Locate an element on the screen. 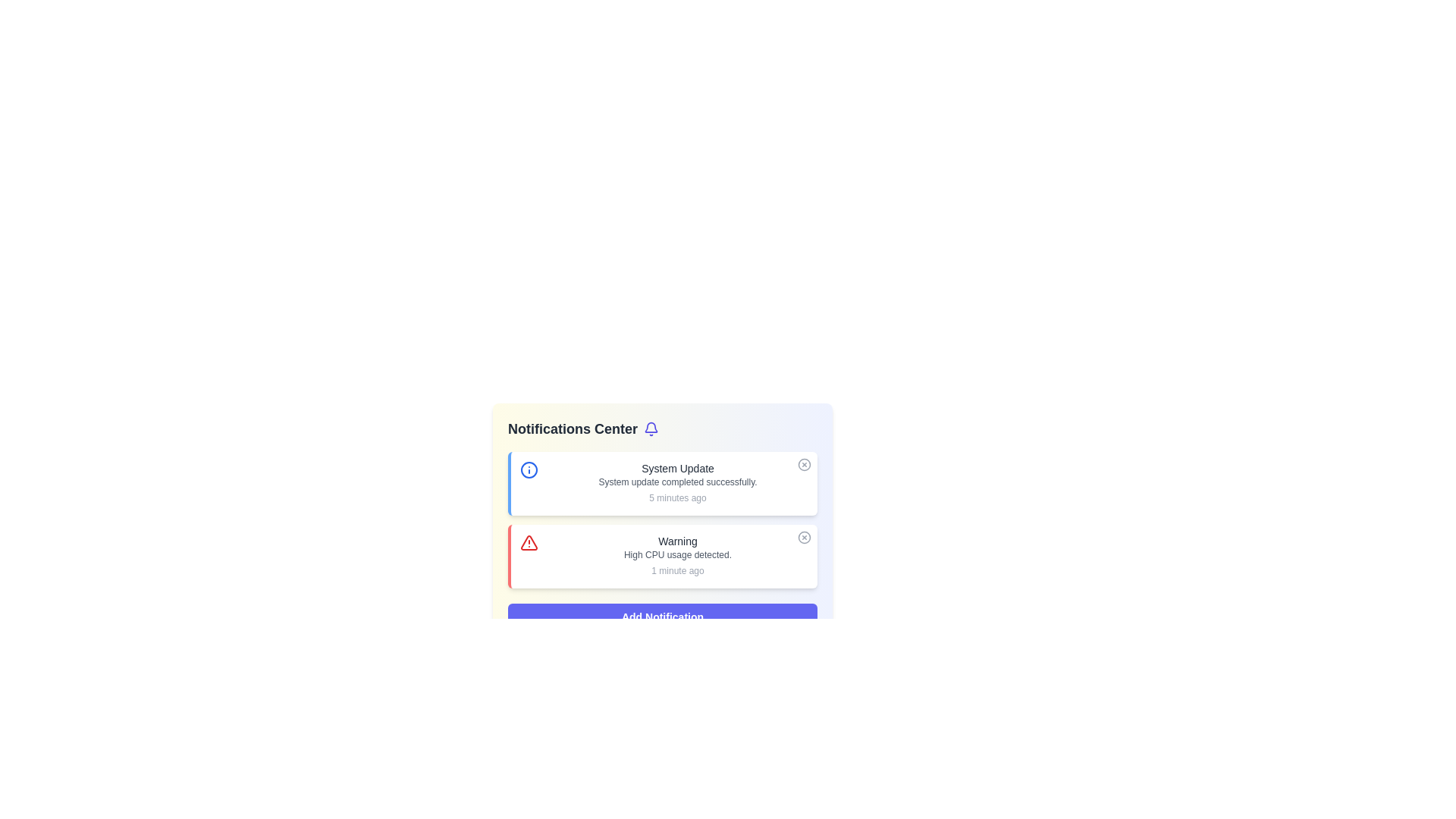  the text label that serves as a header for the system update notification, which is centrally located in the first notification card is located at coordinates (676, 467).